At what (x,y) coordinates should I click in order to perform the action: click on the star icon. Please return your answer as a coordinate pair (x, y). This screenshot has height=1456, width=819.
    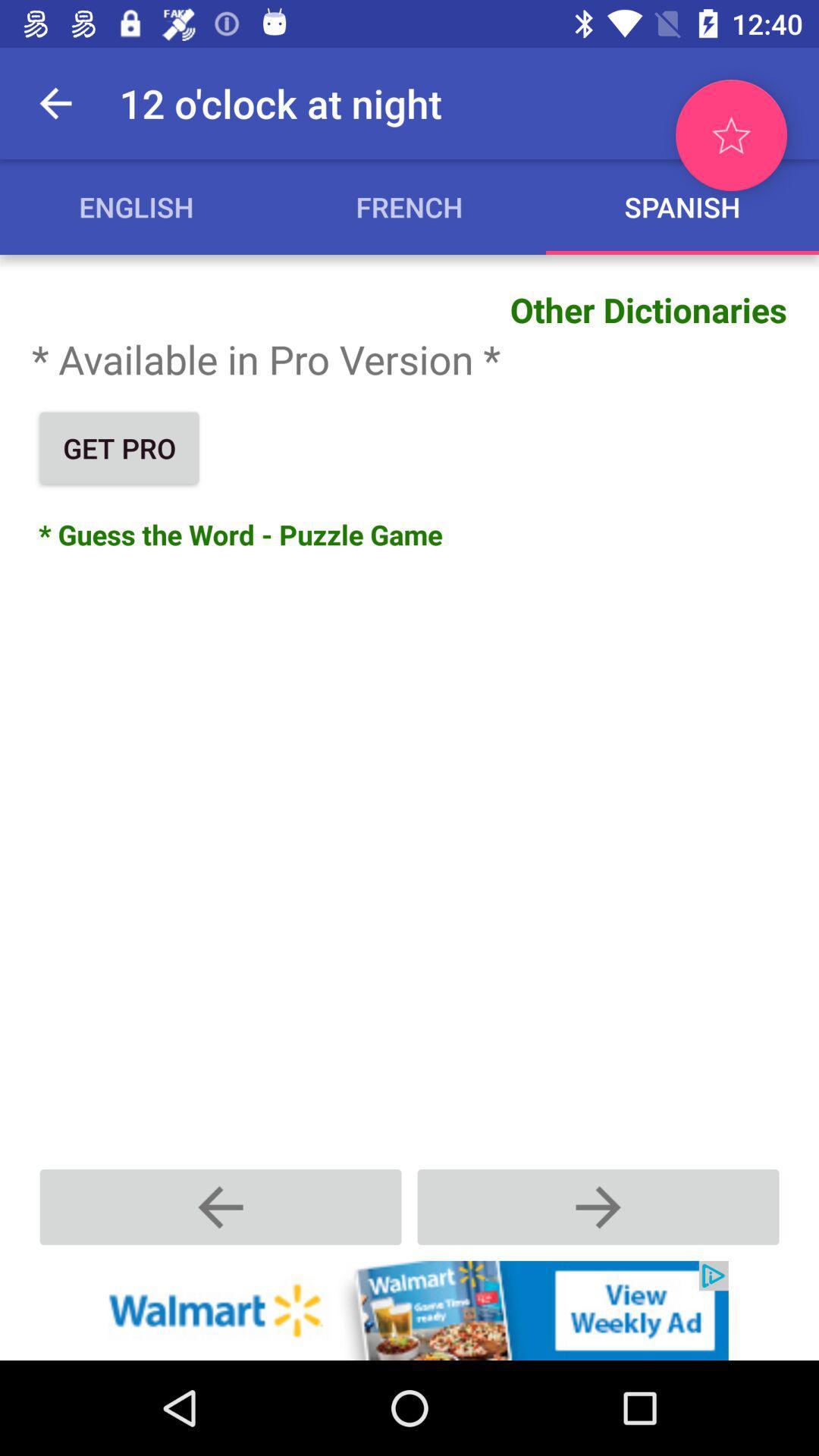
    Looking at the image, I should click on (730, 135).